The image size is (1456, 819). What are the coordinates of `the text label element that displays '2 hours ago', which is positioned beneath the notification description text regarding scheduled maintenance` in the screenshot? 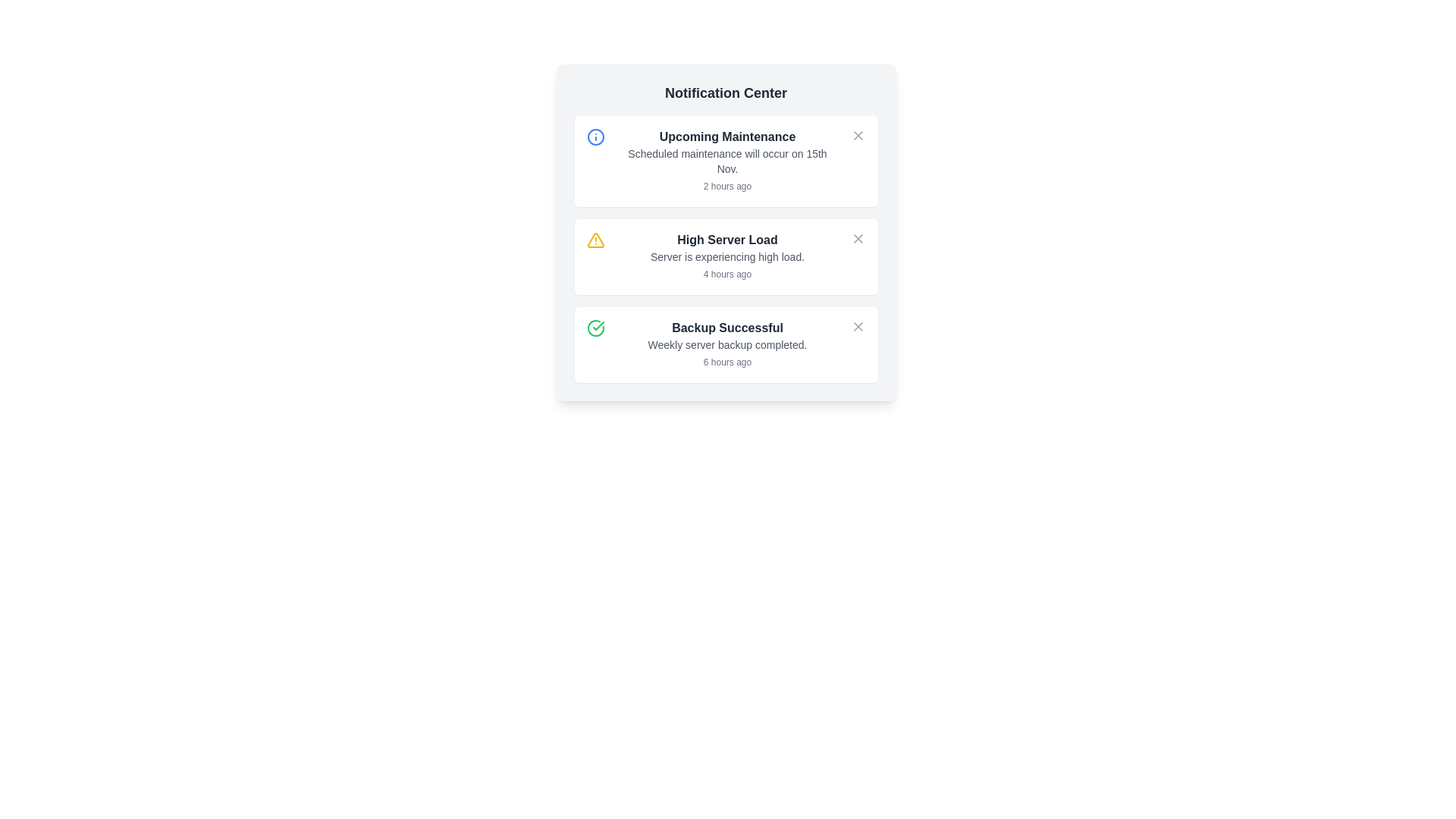 It's located at (726, 186).